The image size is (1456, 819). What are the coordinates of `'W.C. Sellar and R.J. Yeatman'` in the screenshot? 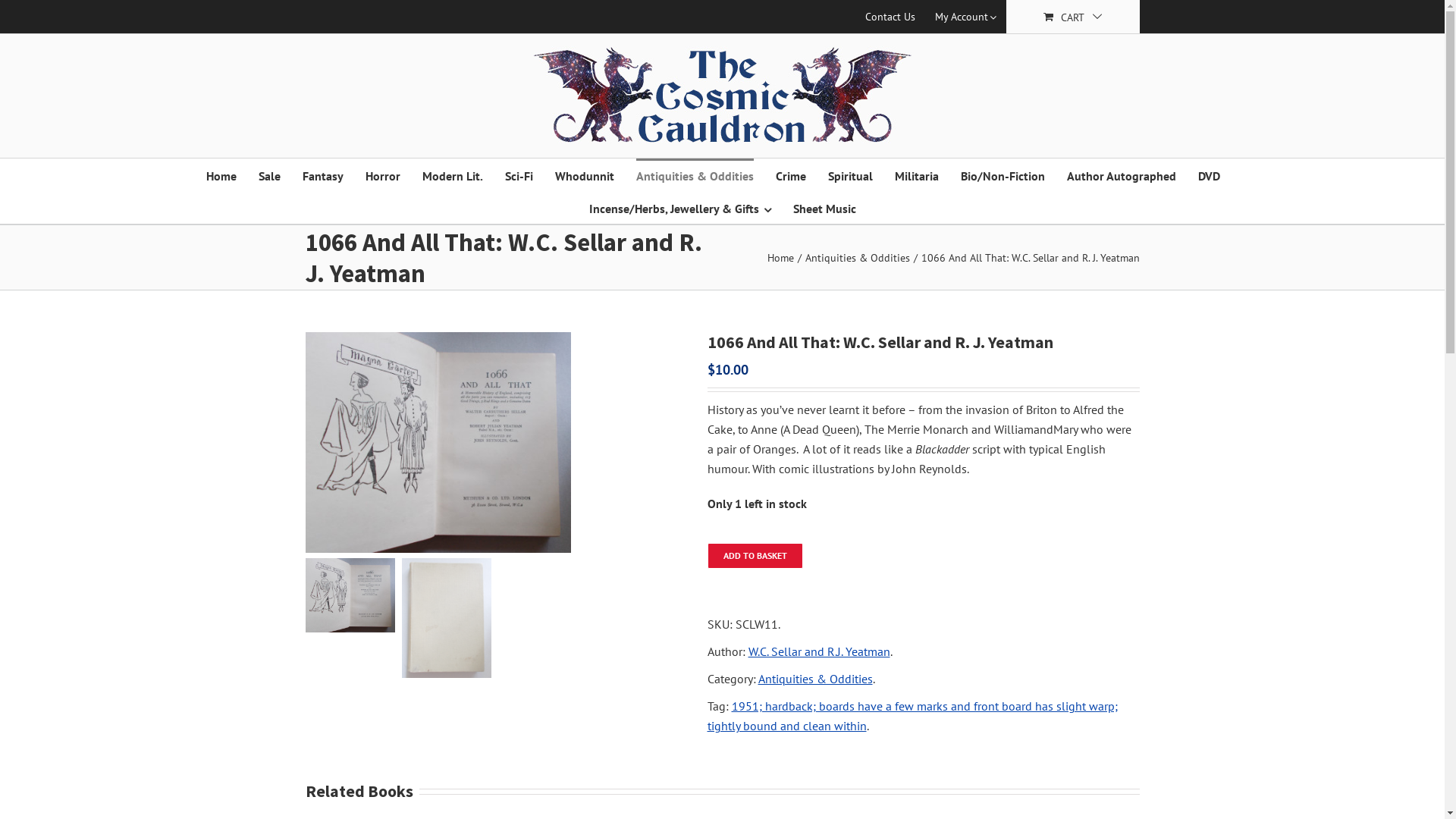 It's located at (817, 651).